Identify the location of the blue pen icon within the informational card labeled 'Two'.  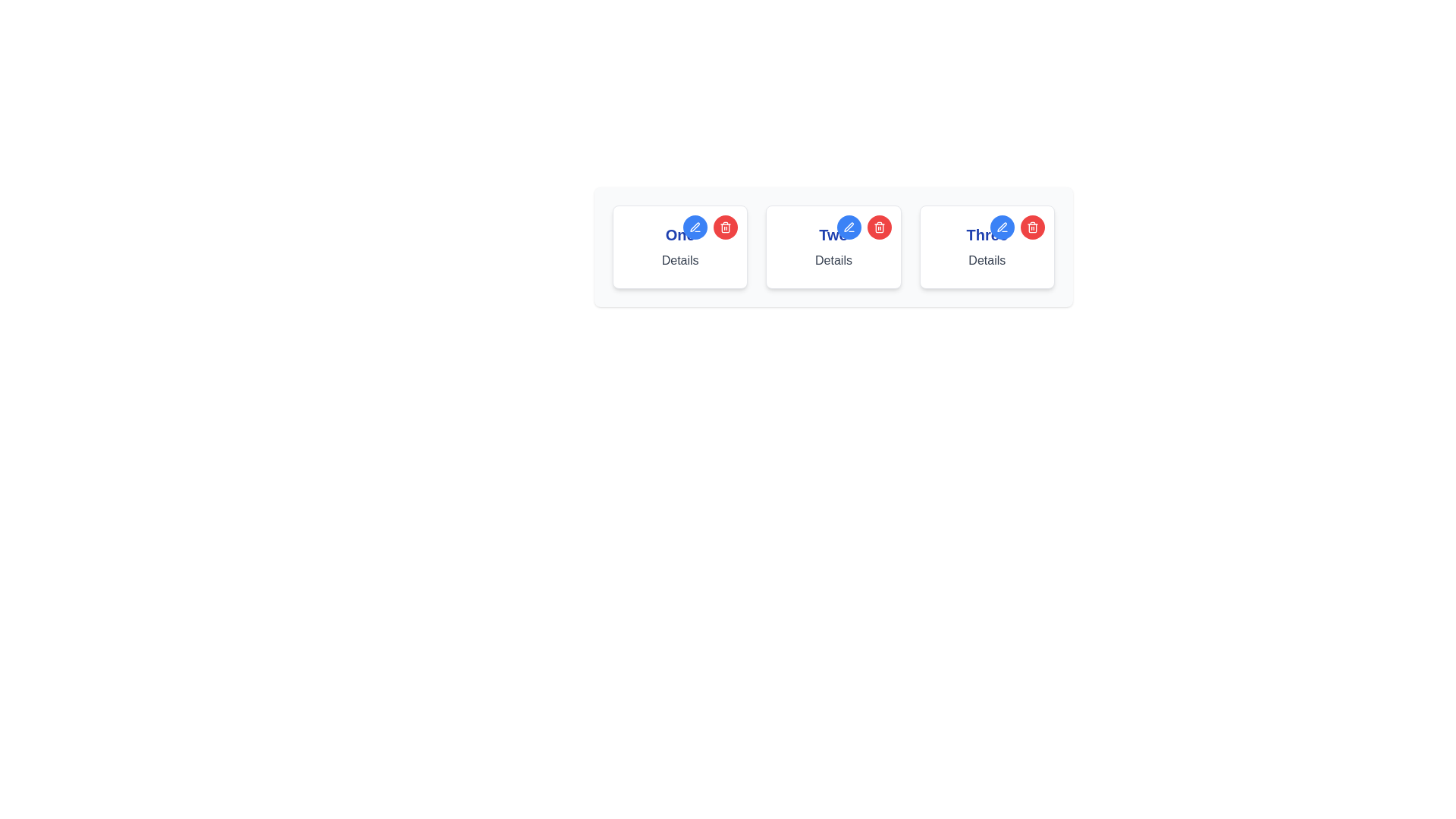
(833, 246).